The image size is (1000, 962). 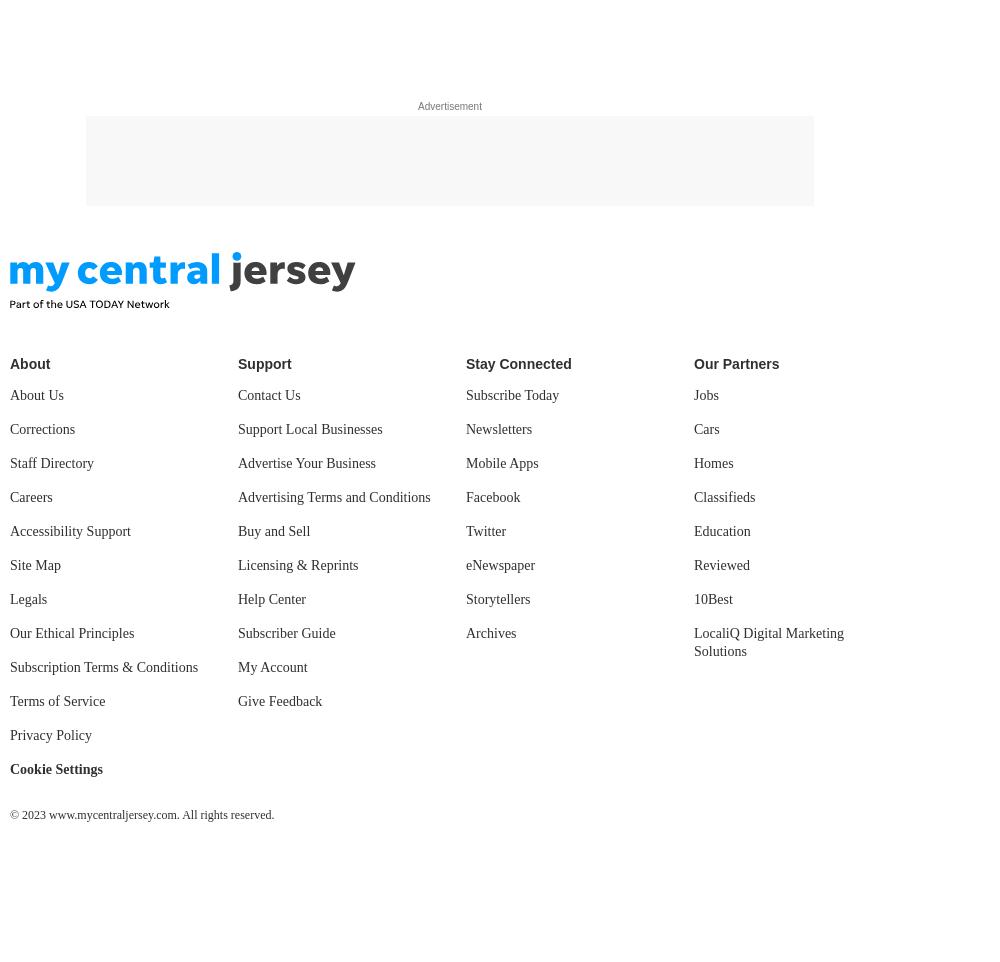 What do you see at coordinates (51, 735) in the screenshot?
I see `'Privacy Policy'` at bounding box center [51, 735].